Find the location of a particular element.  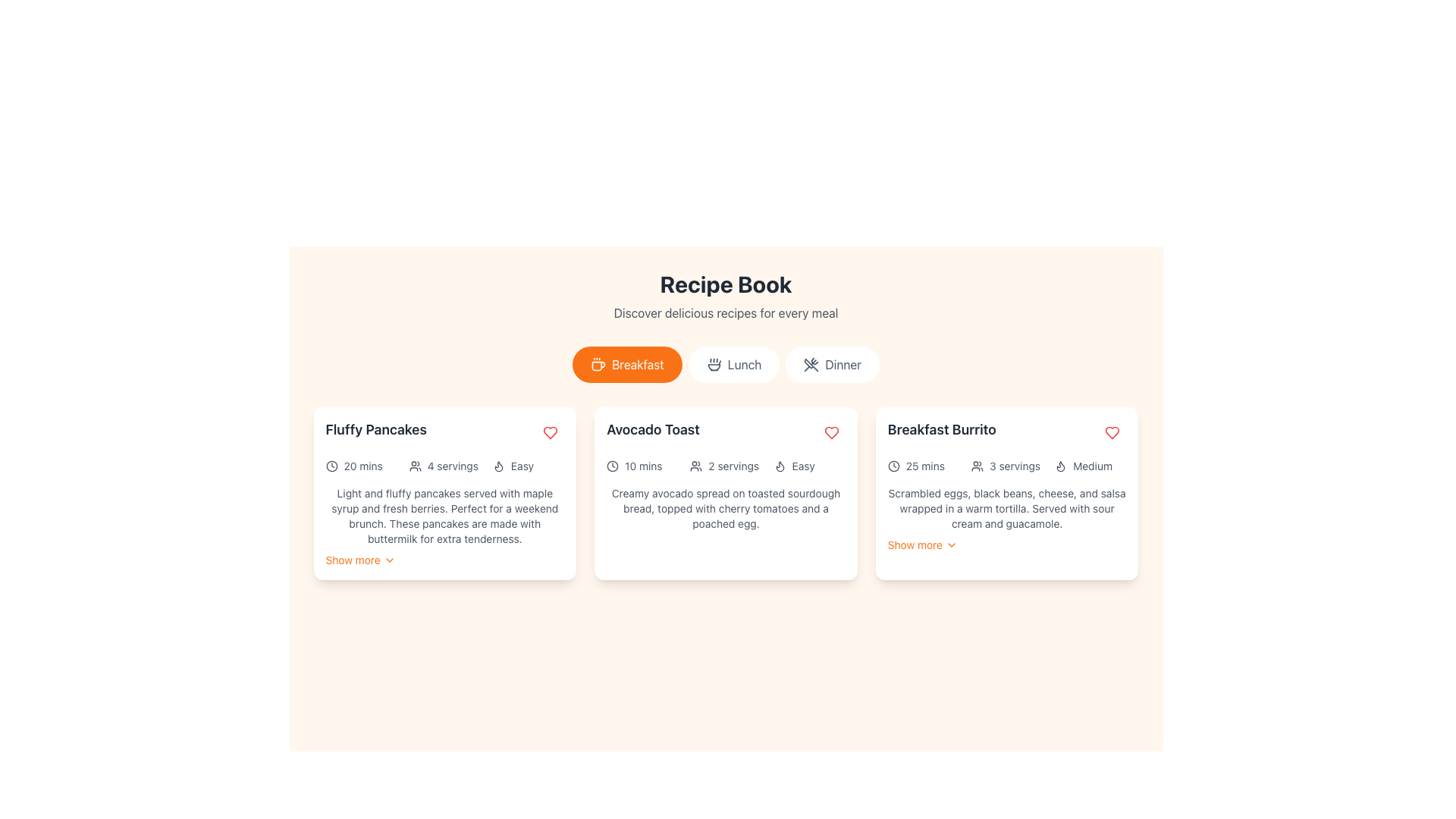

the Header with subtitle that introduces the recipe book section, located near the top of the page, centered horizontally, just above the category buttons is located at coordinates (725, 296).